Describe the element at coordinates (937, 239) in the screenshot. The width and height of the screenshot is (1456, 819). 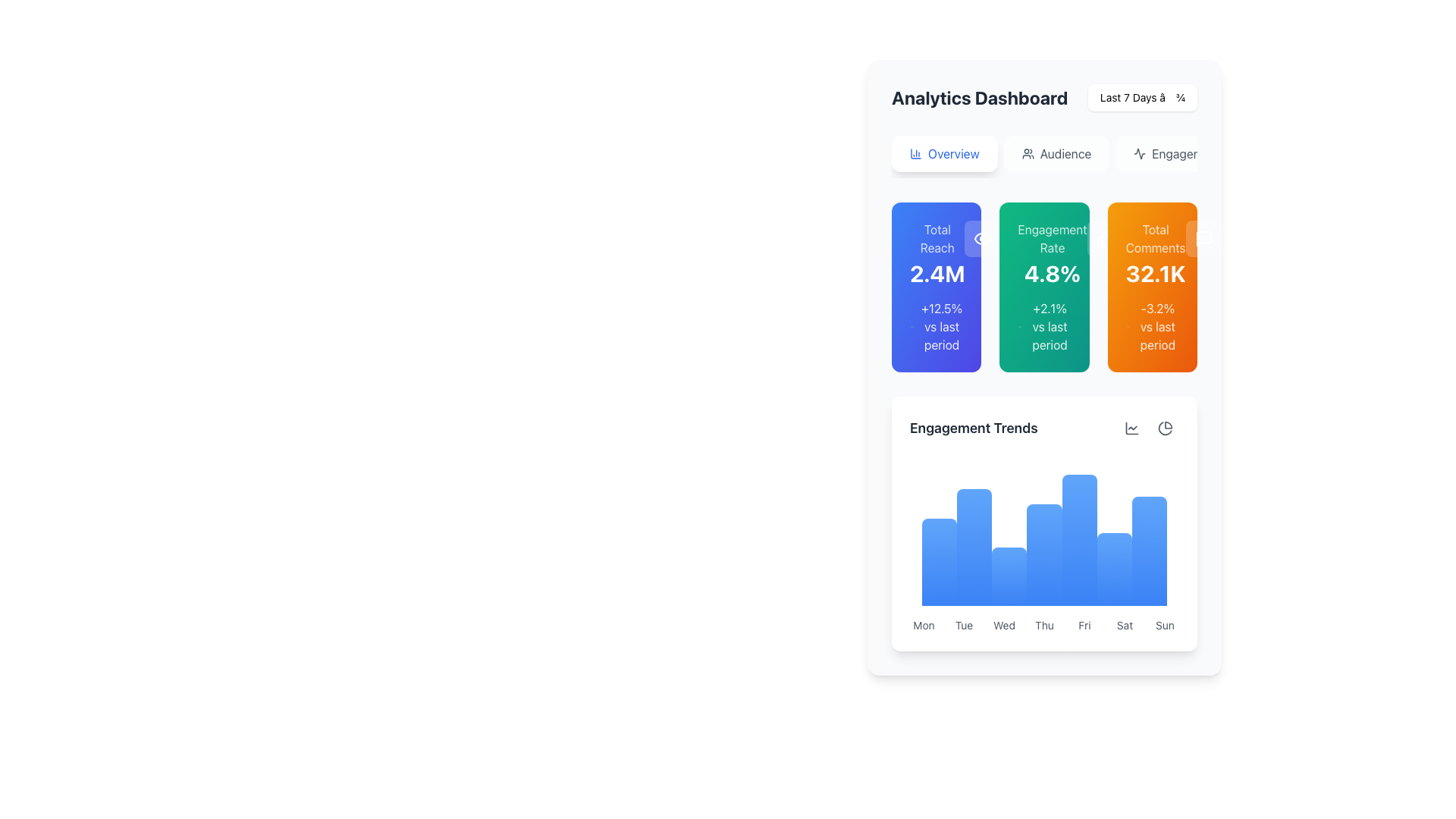
I see `the descriptive text label that indicates the metric represented in the blue panel, positioned above the numerical value '2.4M'` at that location.